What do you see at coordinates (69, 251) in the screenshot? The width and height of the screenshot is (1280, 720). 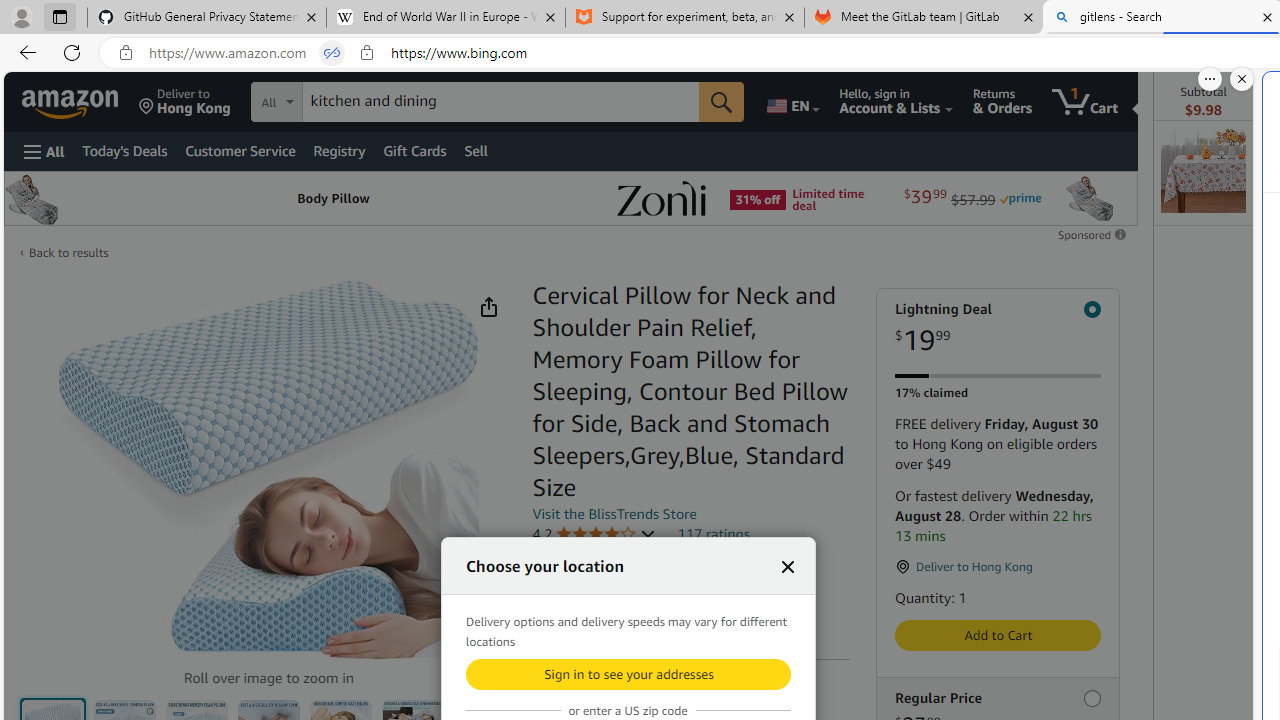 I see `'Back to results'` at bounding box center [69, 251].